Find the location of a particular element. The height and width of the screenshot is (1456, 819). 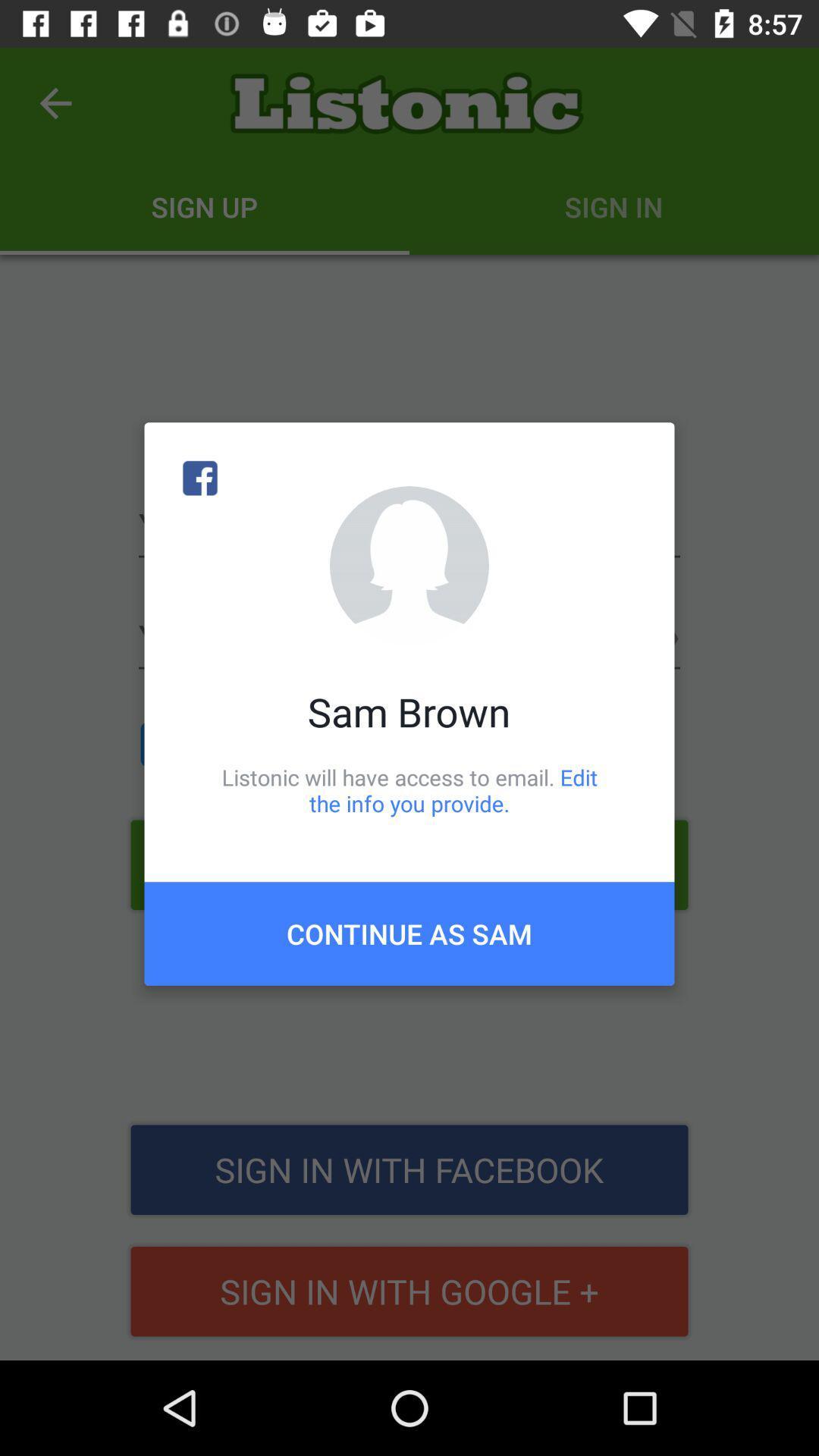

continue as sam item is located at coordinates (409, 933).